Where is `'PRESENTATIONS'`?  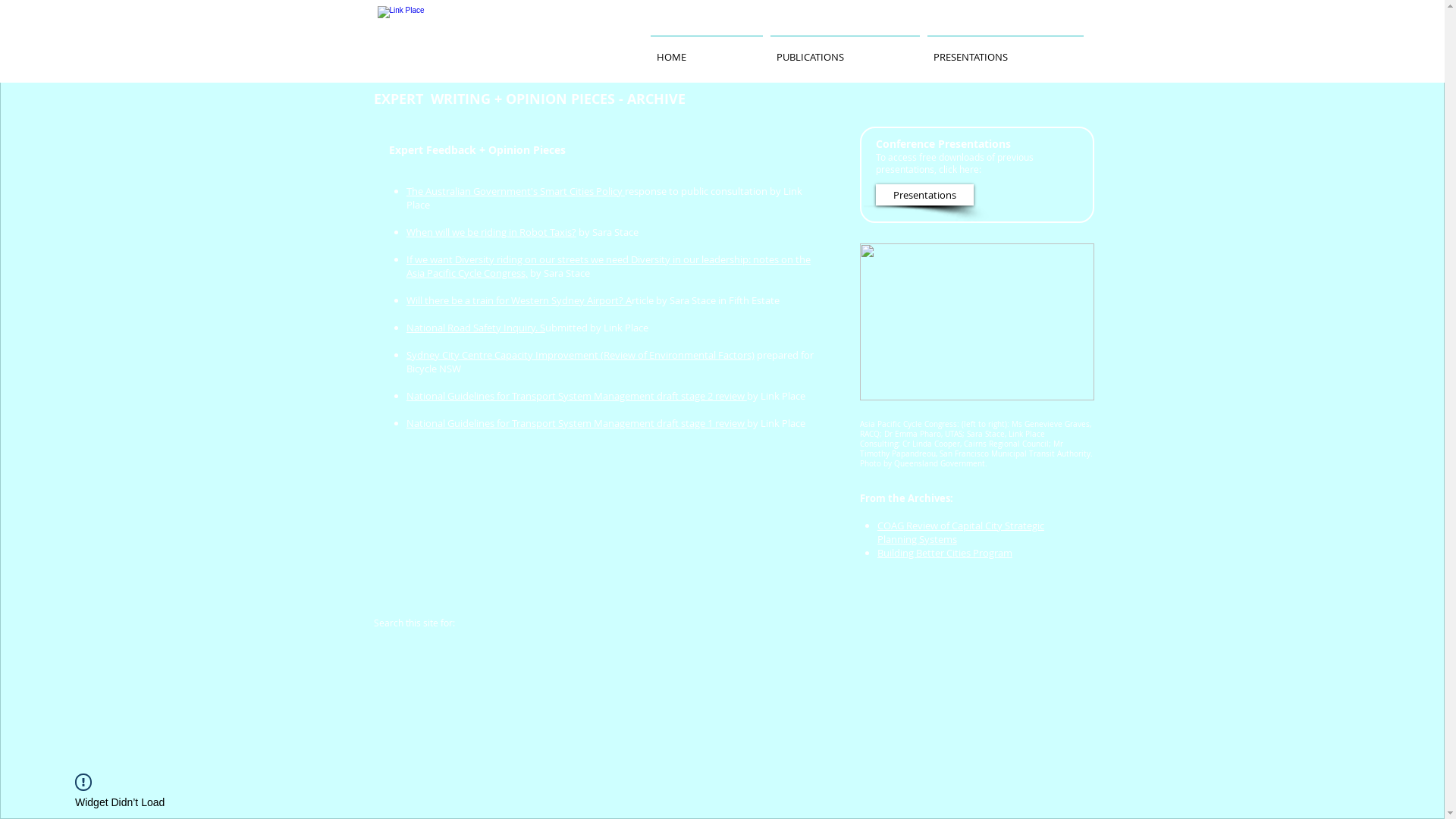
'PRESENTATIONS' is located at coordinates (1005, 49).